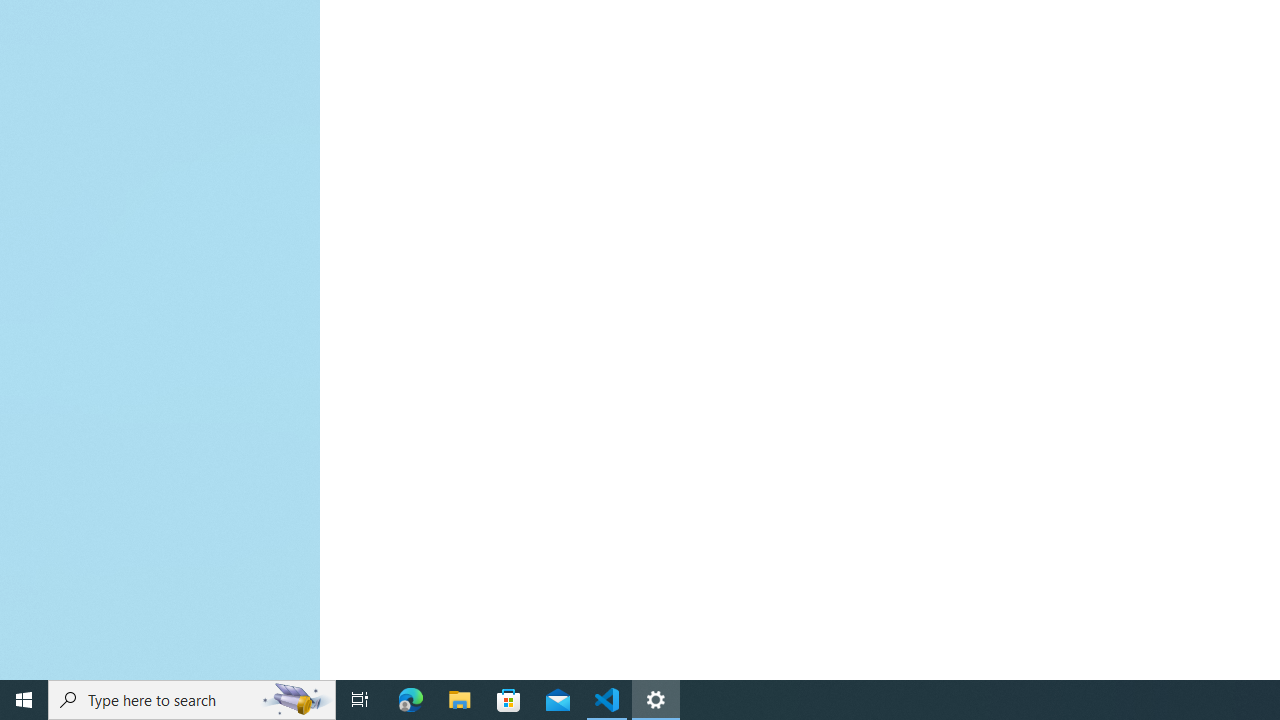 The image size is (1280, 720). I want to click on 'Microsoft Edge', so click(410, 698).